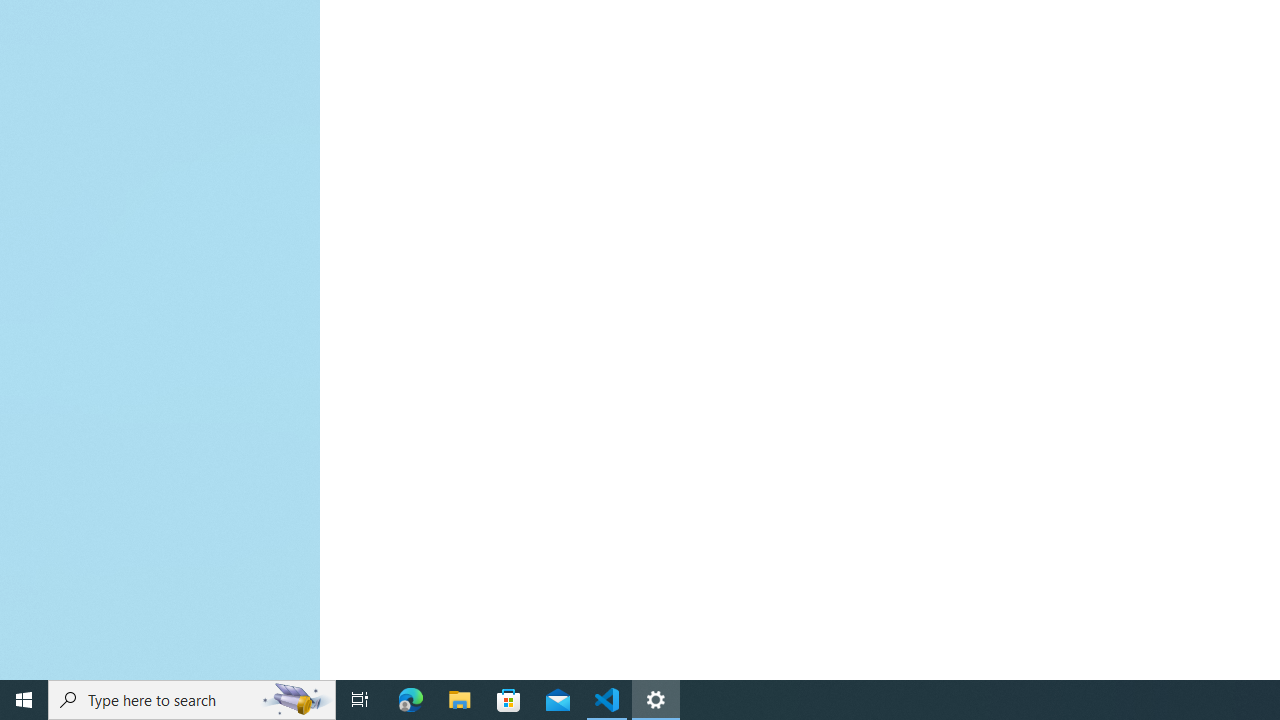 The image size is (1280, 720). I want to click on 'Microsoft Edge', so click(410, 698).